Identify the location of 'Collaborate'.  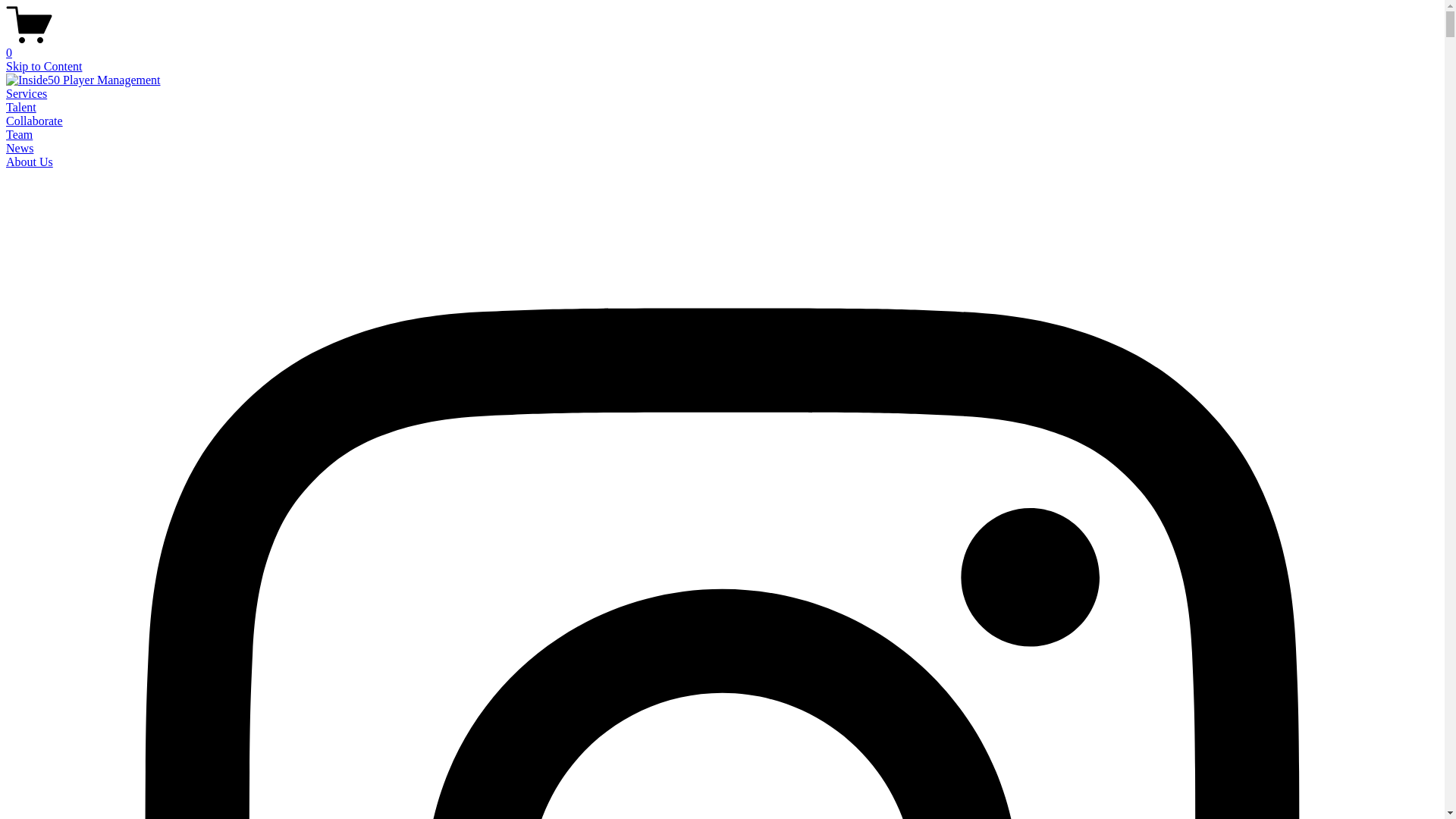
(6, 120).